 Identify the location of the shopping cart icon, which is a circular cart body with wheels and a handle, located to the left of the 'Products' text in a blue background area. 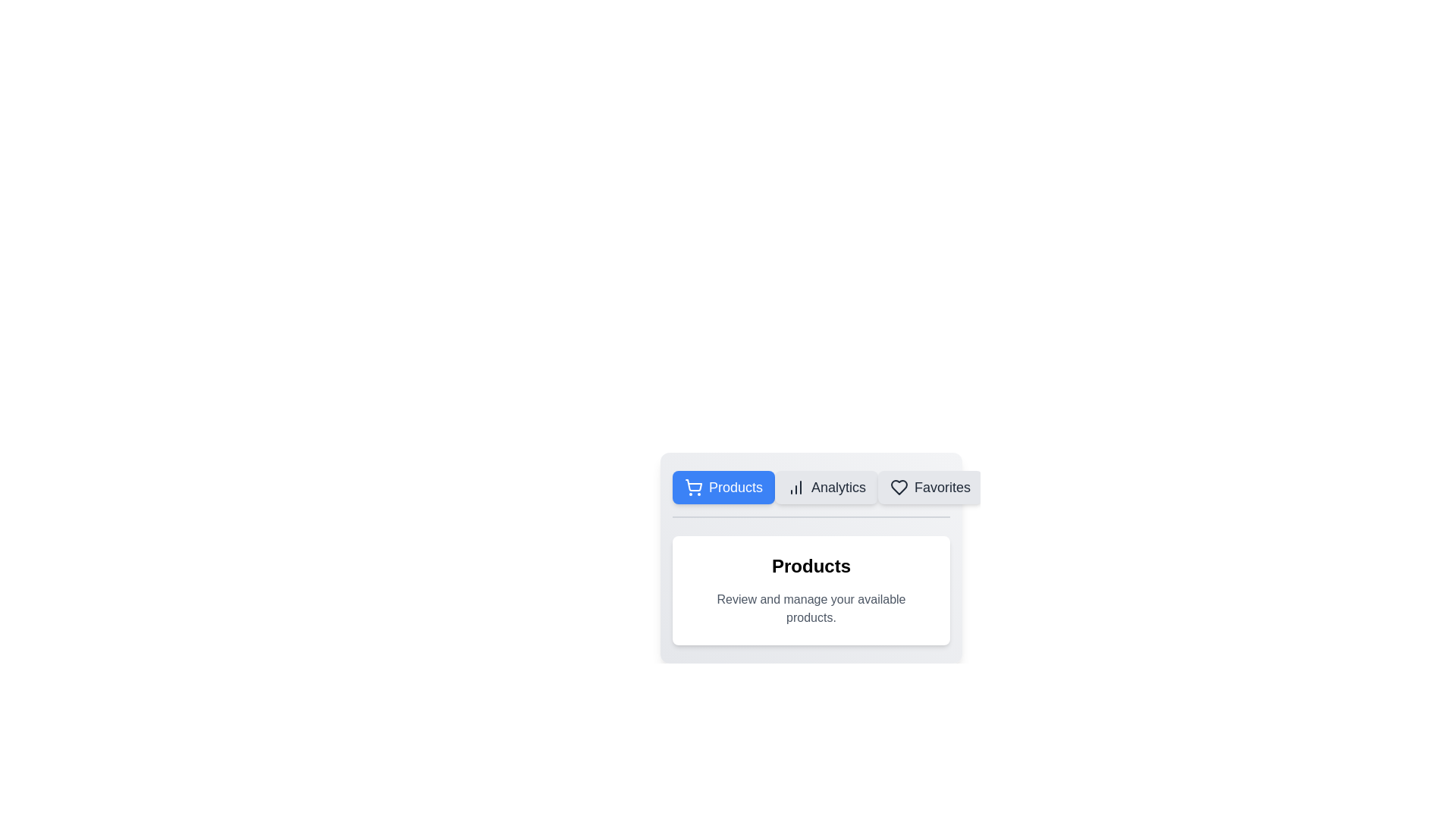
(693, 488).